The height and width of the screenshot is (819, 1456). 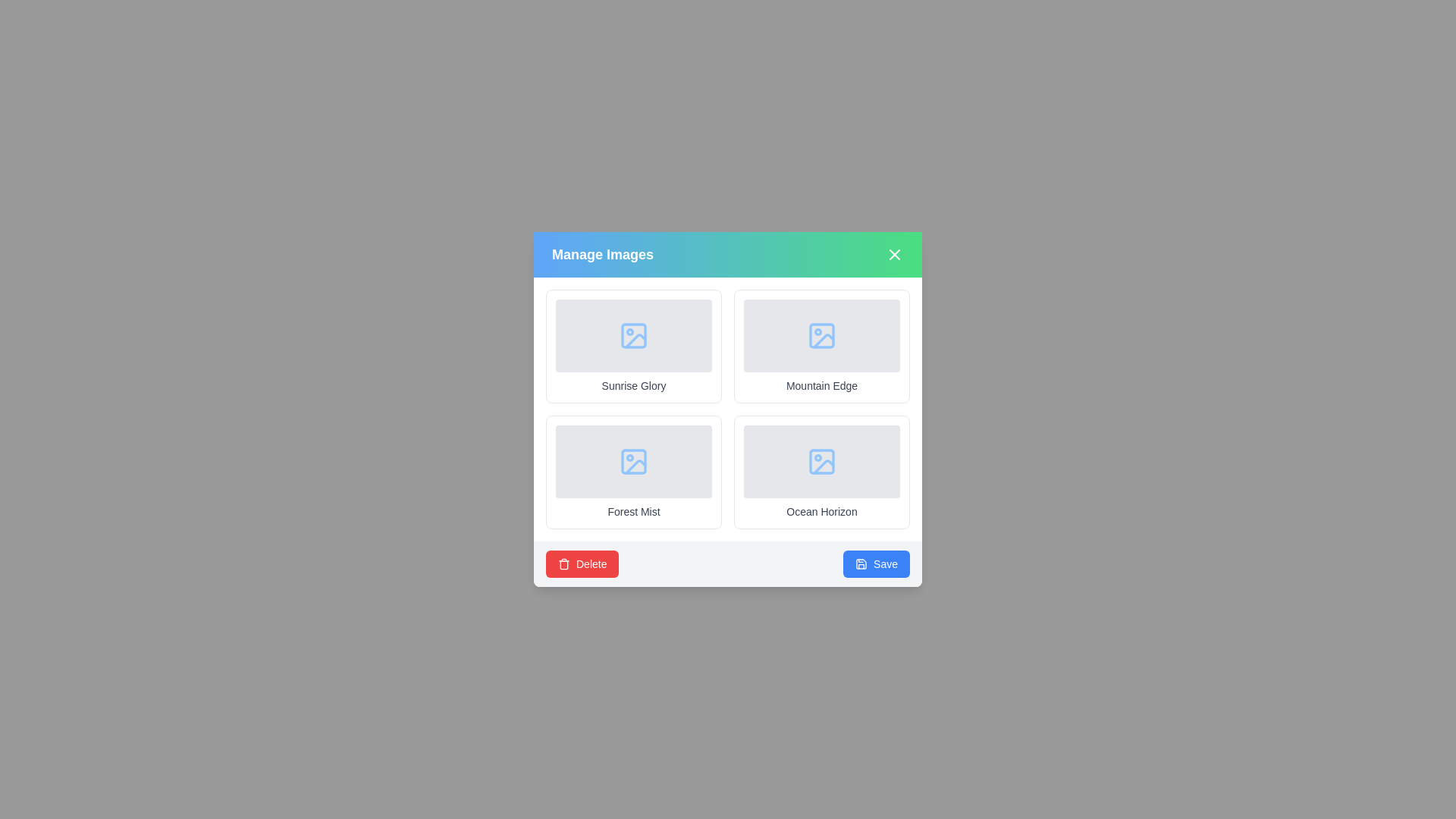 What do you see at coordinates (821, 461) in the screenshot?
I see `the top-left portion of the 'Ocean Horizon' icon that represents an image symbol, located in the 'Manage Images' section` at bounding box center [821, 461].